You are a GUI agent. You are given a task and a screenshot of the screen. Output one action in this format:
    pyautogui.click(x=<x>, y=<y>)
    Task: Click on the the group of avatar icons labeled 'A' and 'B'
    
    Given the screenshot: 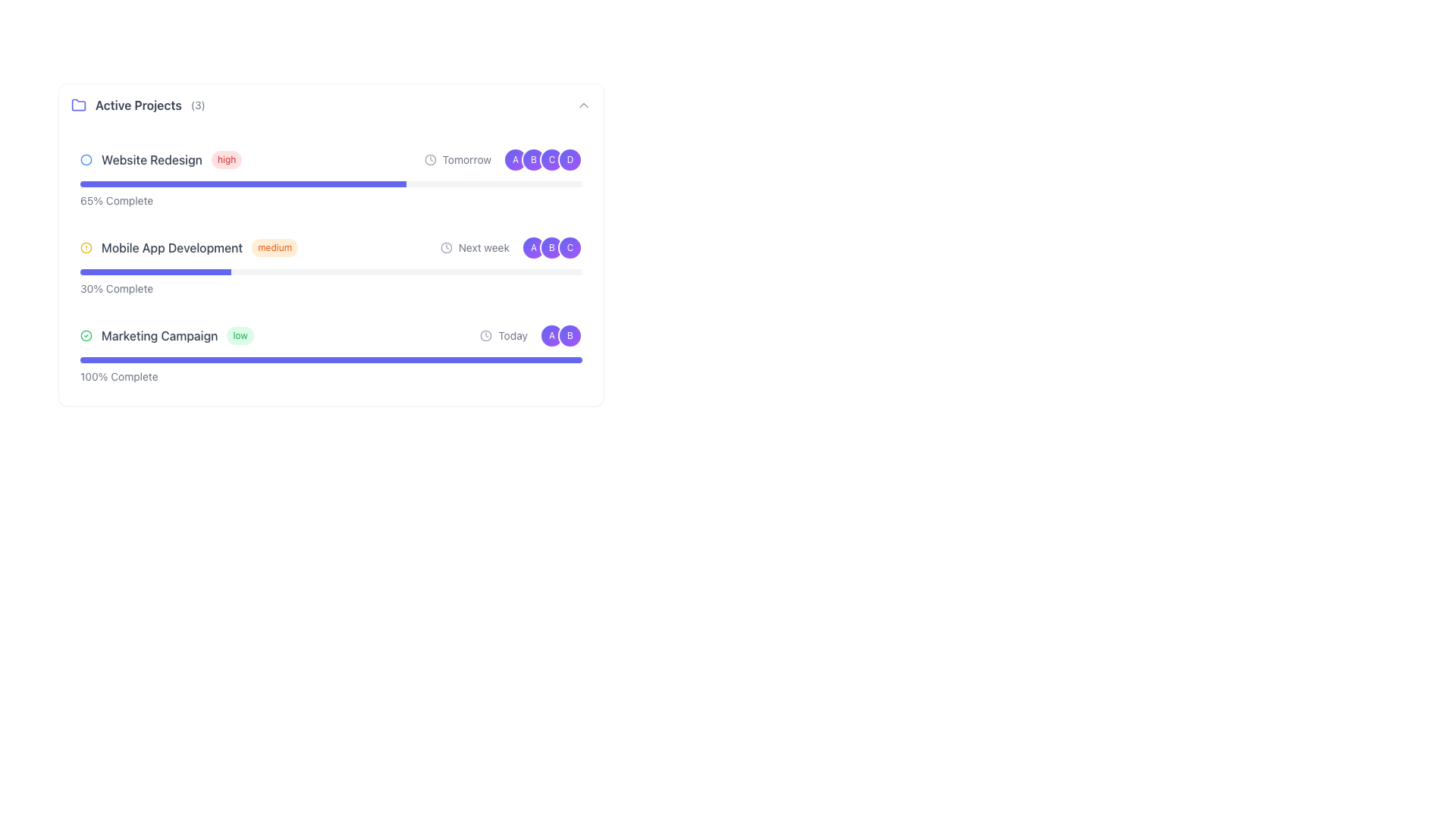 What is the action you would take?
    pyautogui.click(x=560, y=335)
    